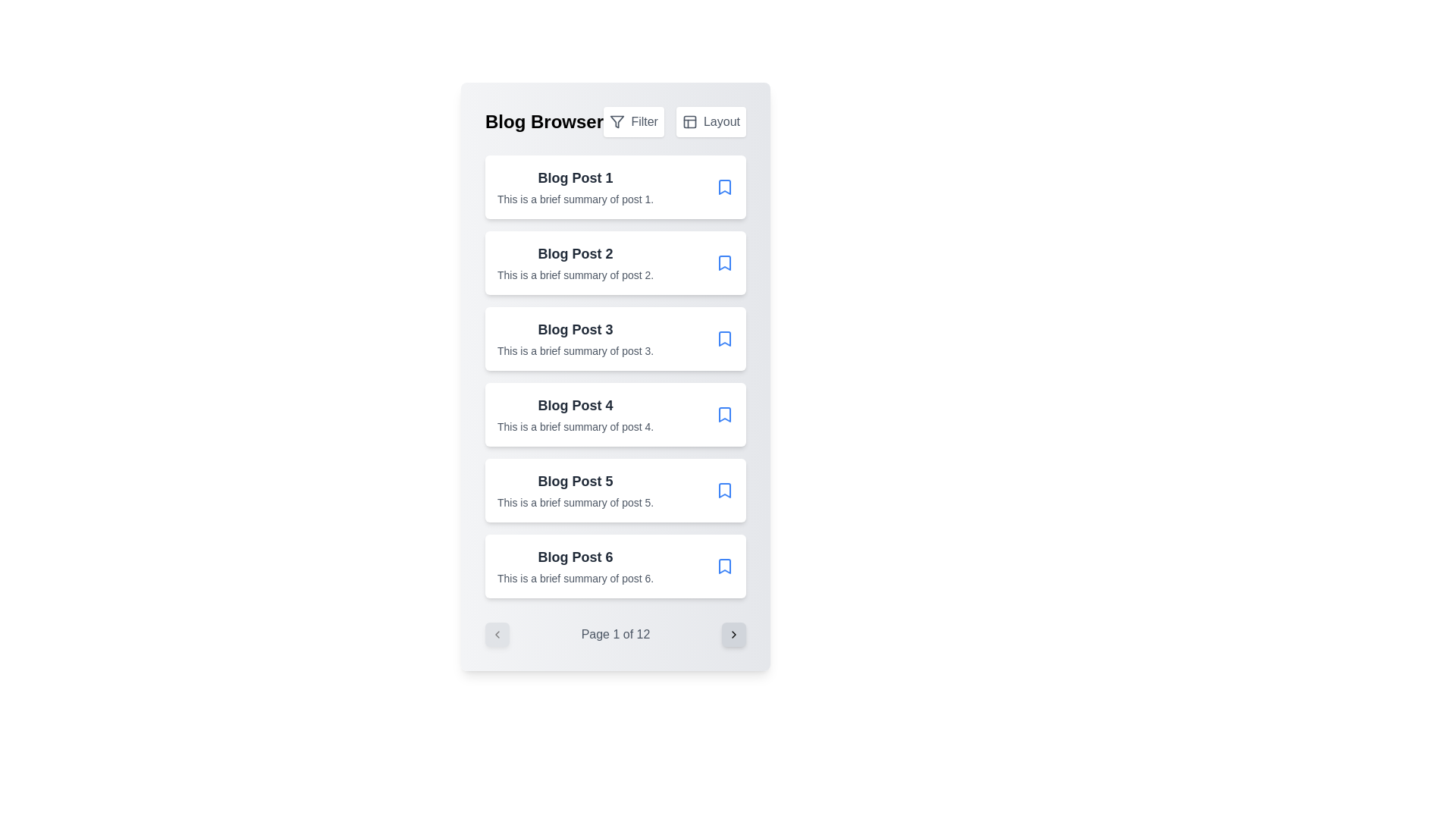 The width and height of the screenshot is (1456, 819). What do you see at coordinates (615, 186) in the screenshot?
I see `the first blog post card in the list` at bounding box center [615, 186].